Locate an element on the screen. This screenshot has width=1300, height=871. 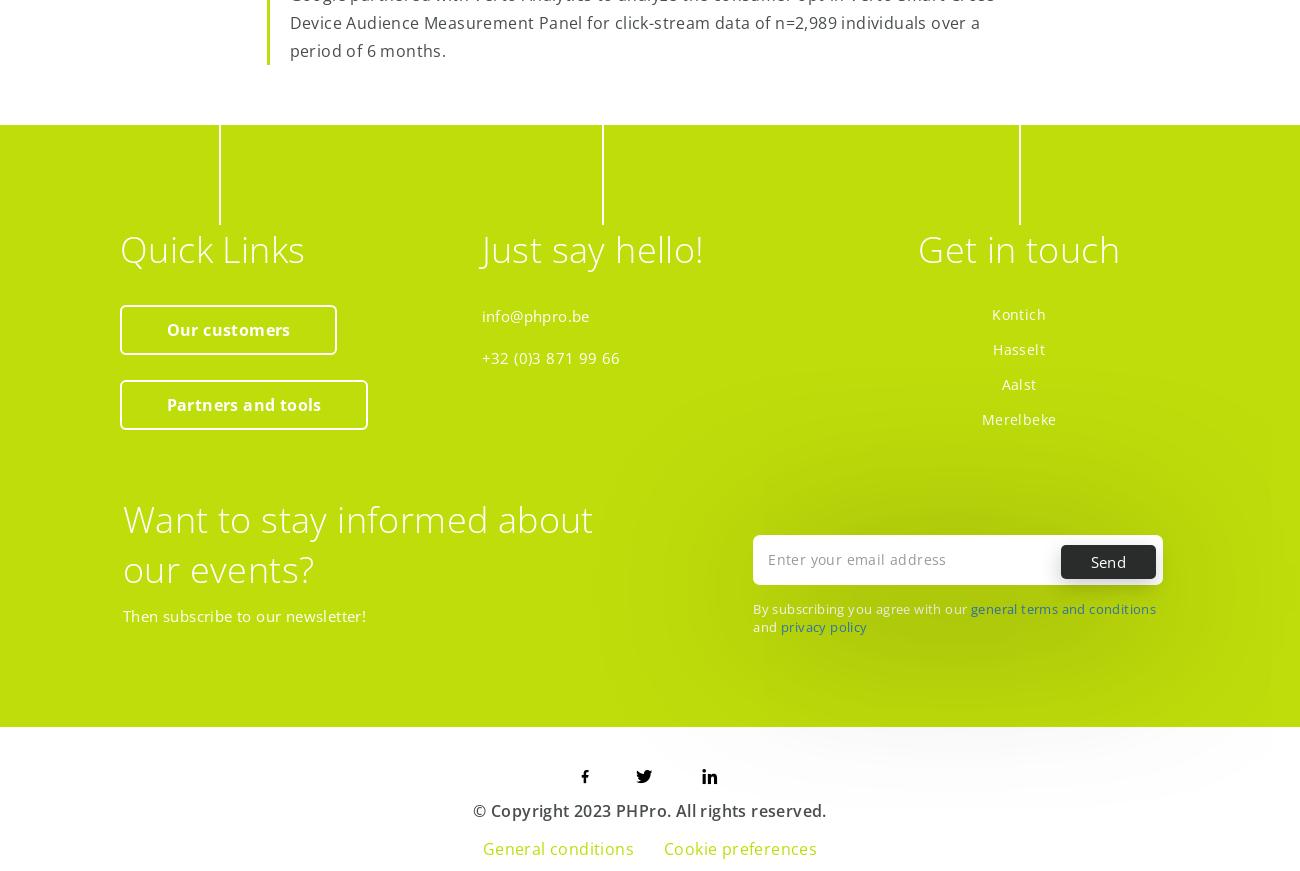
'Just say hello!' is located at coordinates (591, 248).